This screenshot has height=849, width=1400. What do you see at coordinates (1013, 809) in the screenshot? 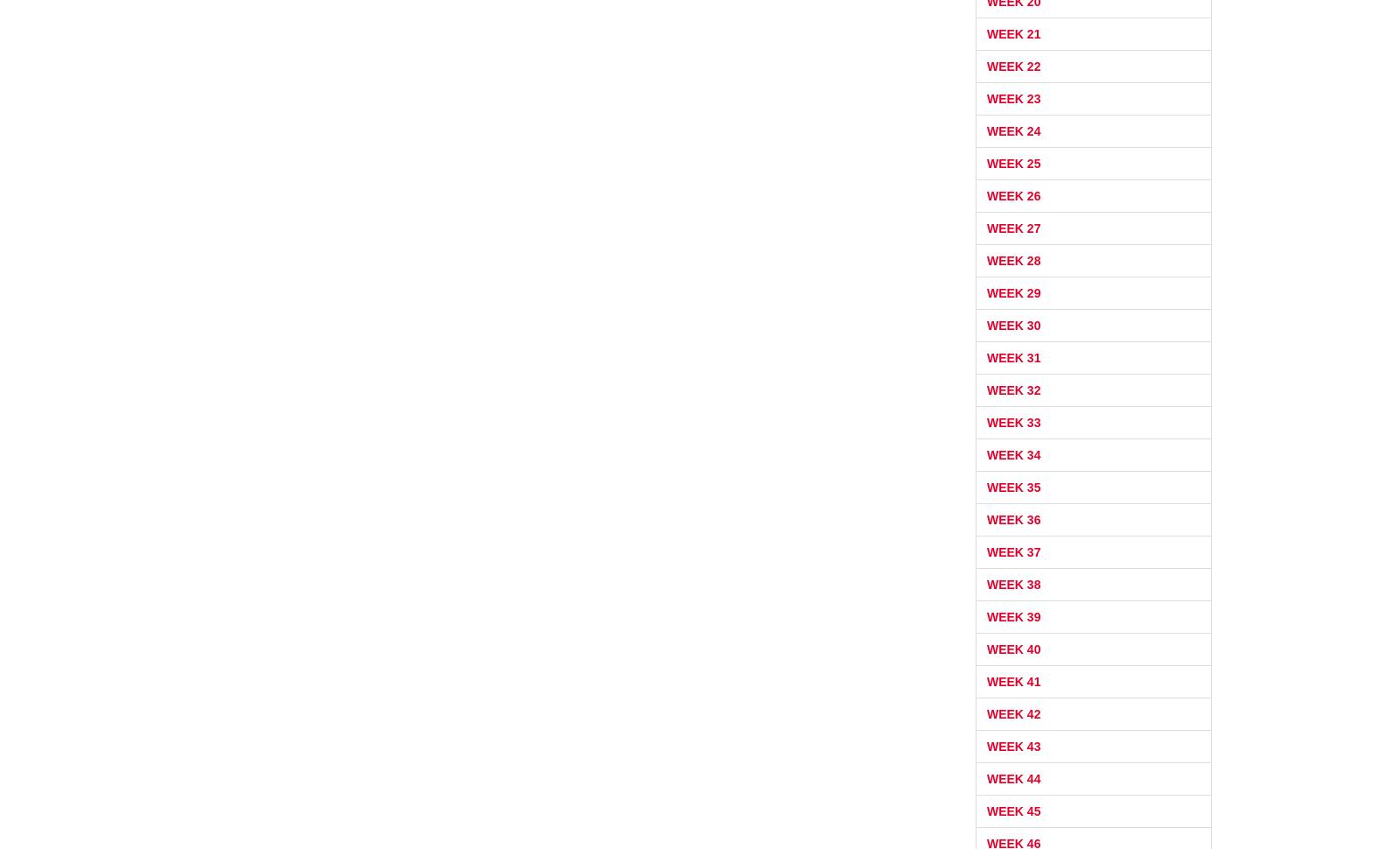
I see `'Week 45'` at bounding box center [1013, 809].